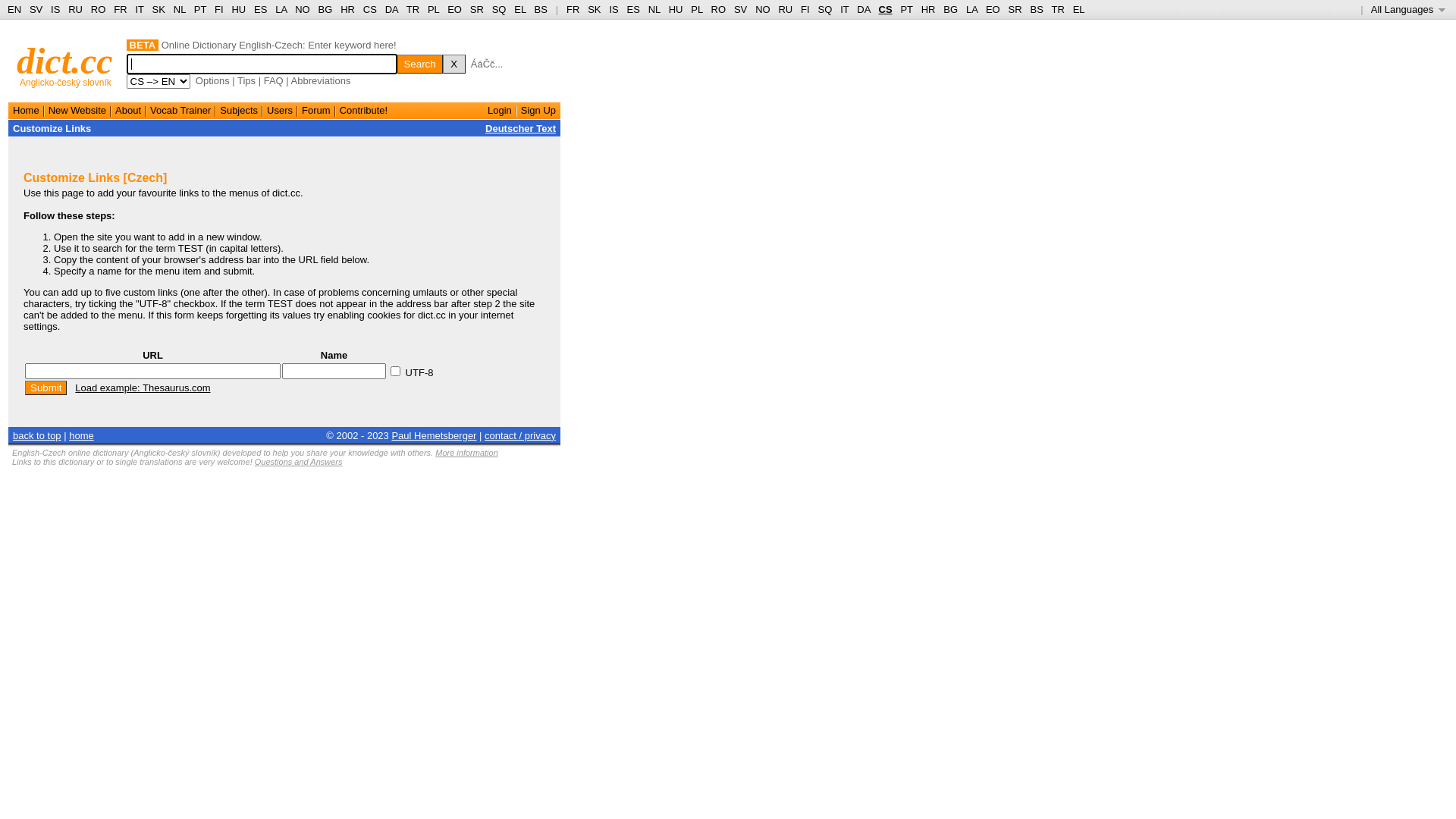 The width and height of the screenshot is (1456, 819). Describe the element at coordinates (572, 9) in the screenshot. I see `'FR'` at that location.